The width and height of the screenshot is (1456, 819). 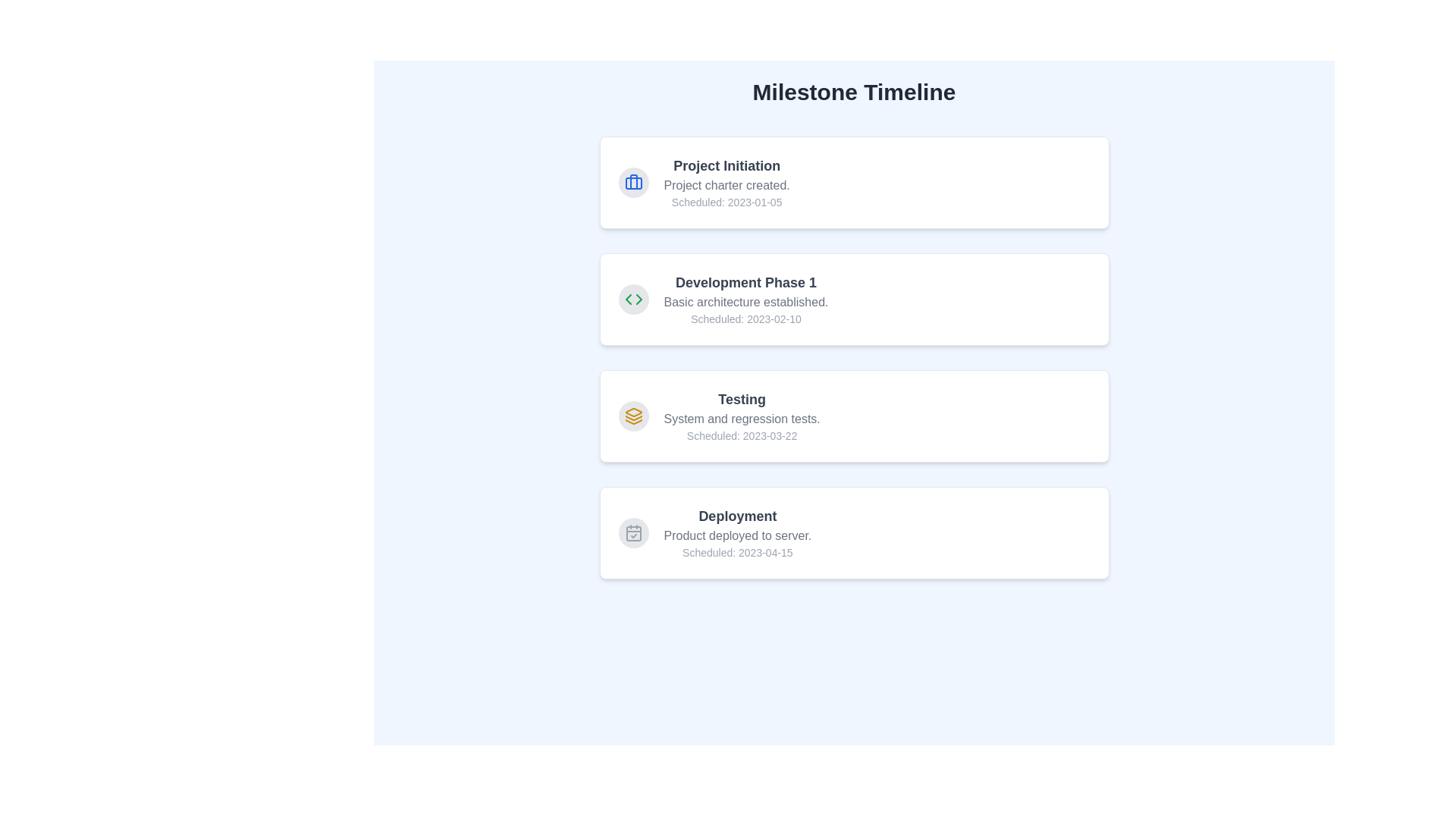 What do you see at coordinates (742, 416) in the screenshot?
I see `timeline entry text element that displays the title 'Testing', description 'System and regression tests.', and the date 'Scheduled: 2023-03-22', located in the third card of the vertically stacked milestone steps list` at bounding box center [742, 416].